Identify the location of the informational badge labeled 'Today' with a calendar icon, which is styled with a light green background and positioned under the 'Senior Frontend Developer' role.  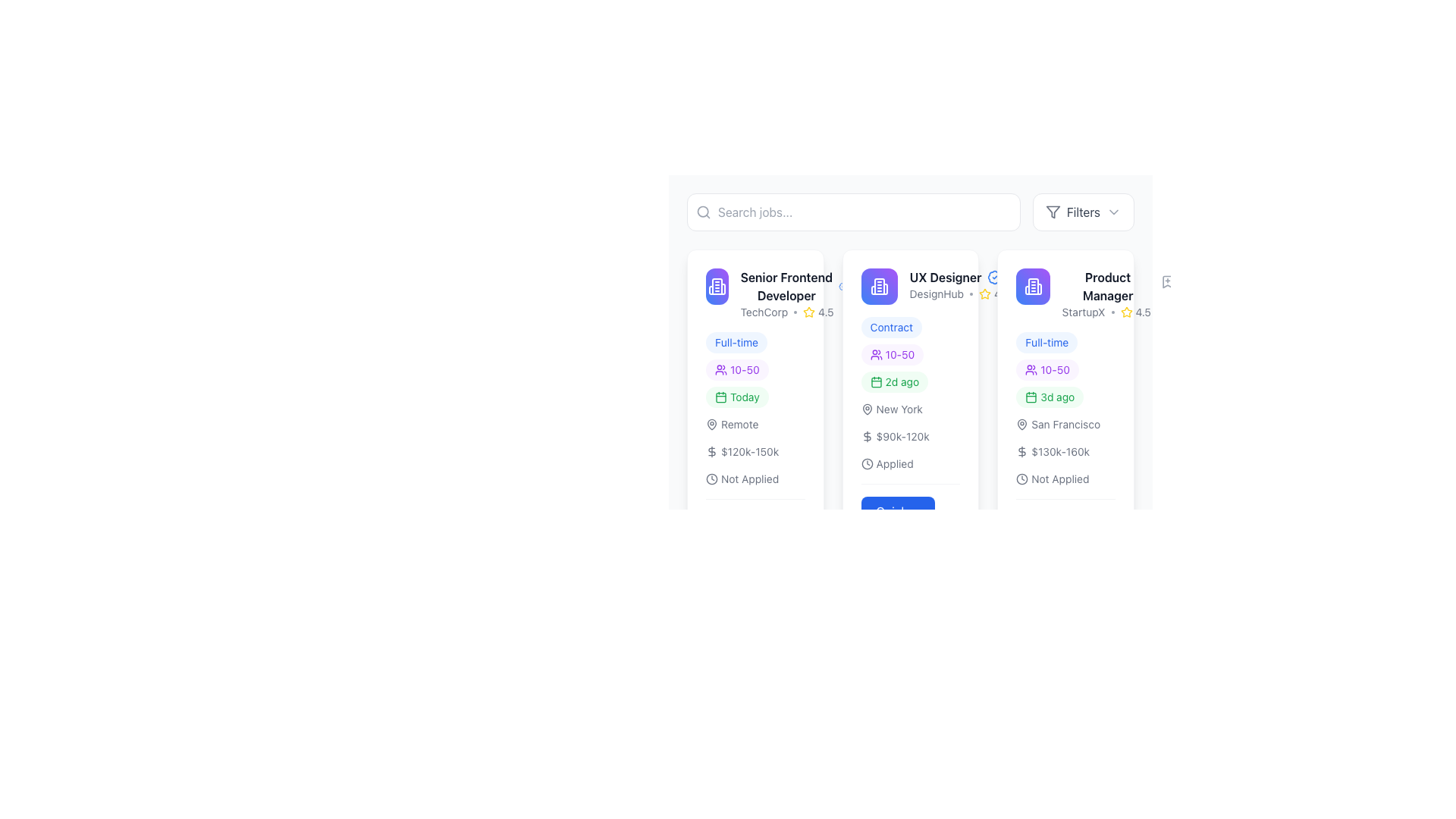
(737, 397).